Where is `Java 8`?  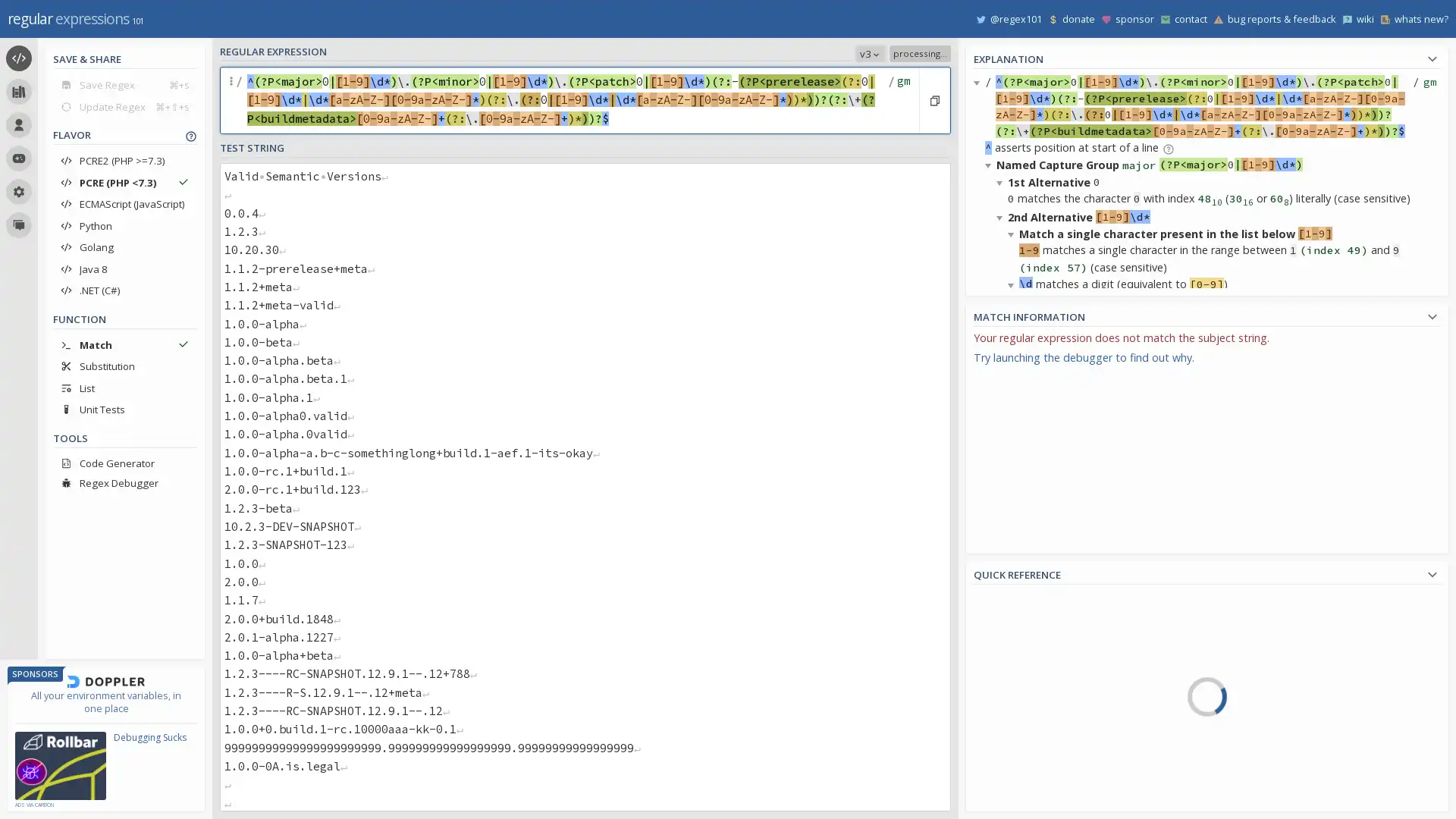
Java 8 is located at coordinates (124, 268).